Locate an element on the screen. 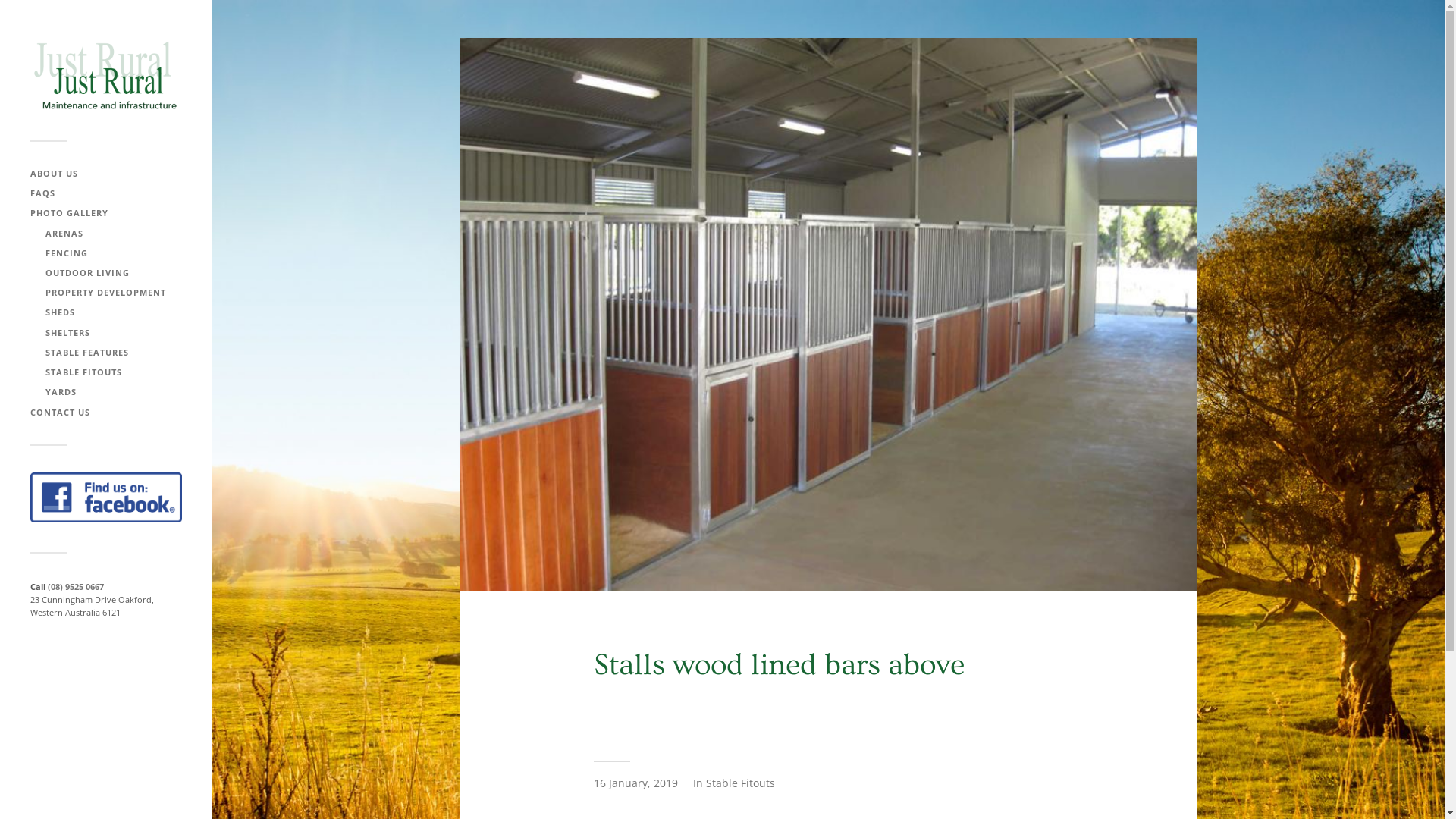 This screenshot has height=819, width=1456. 'FENCING' is located at coordinates (45, 252).